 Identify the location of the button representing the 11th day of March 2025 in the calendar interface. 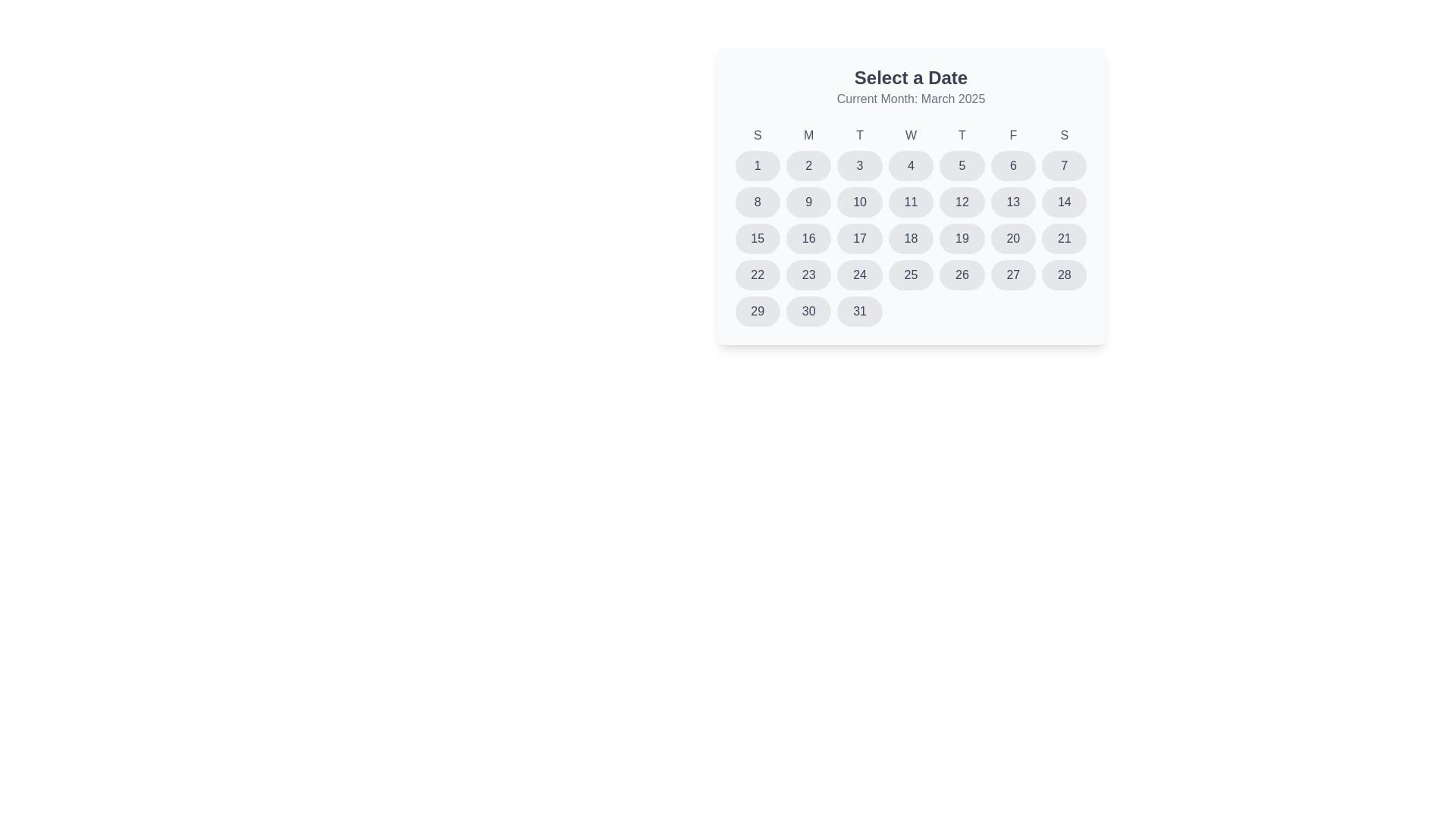
(910, 201).